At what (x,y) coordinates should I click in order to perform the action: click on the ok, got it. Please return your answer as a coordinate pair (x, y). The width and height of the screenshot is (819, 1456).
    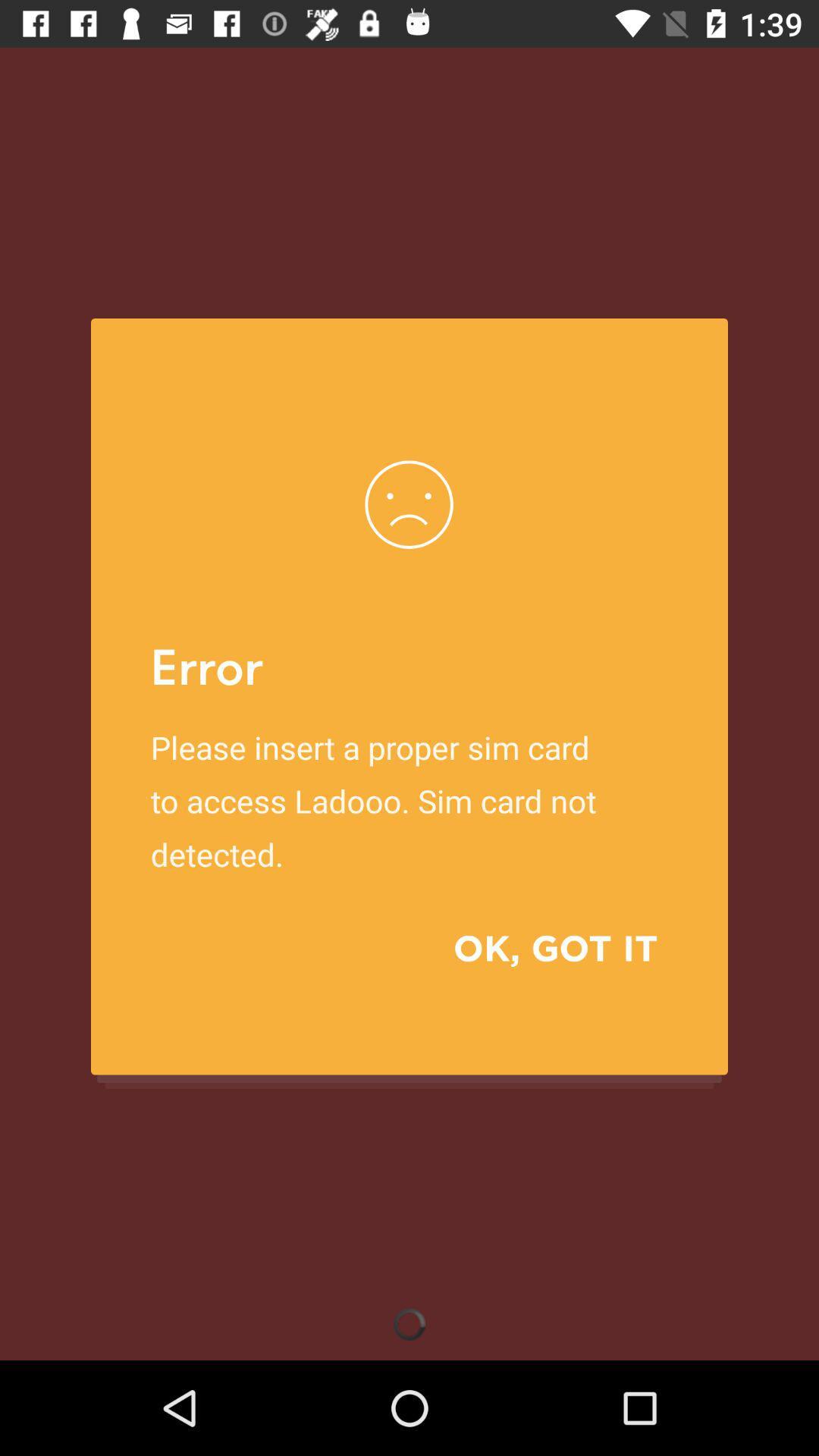
    Looking at the image, I should click on (532, 947).